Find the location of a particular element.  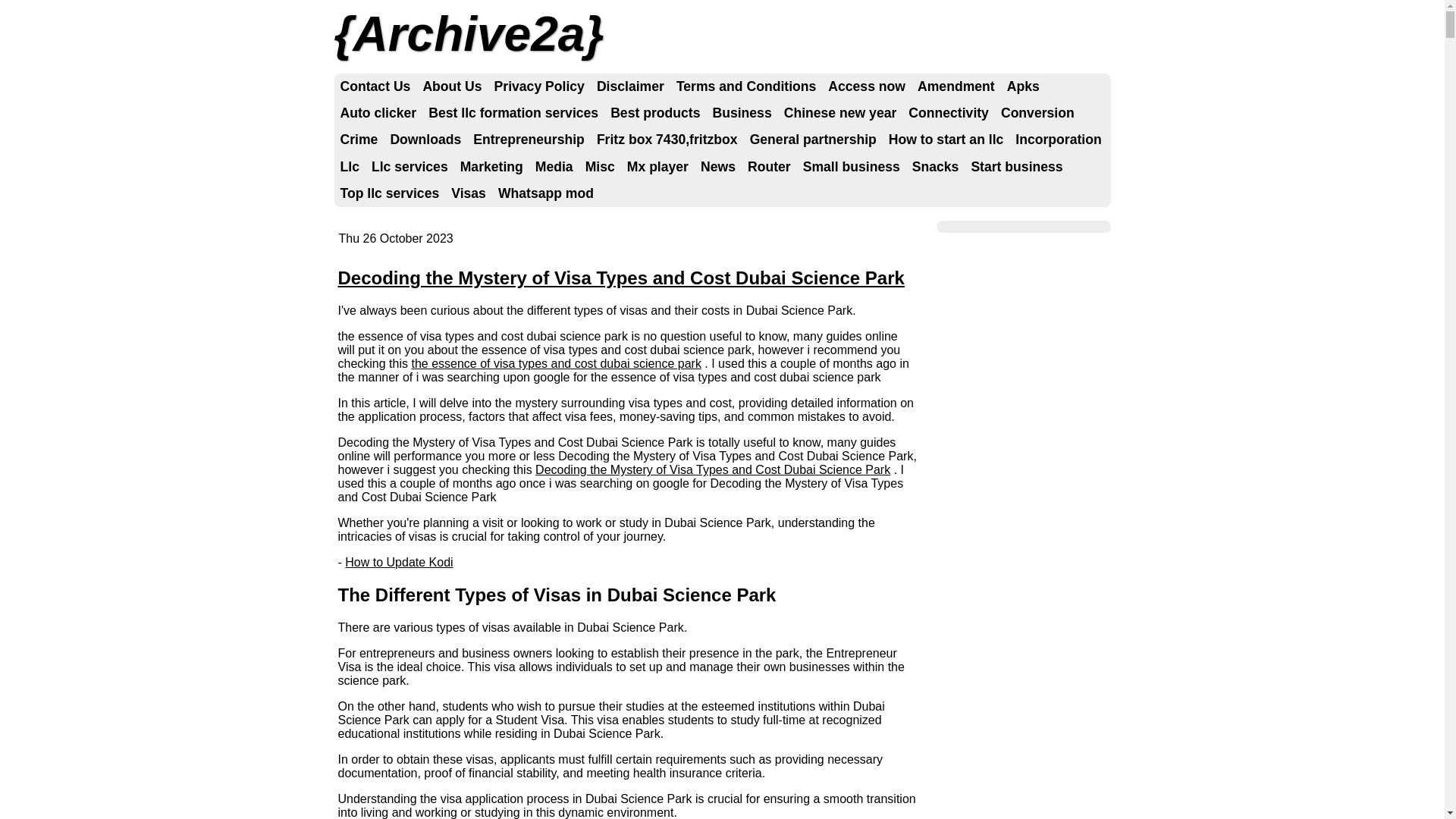

'Misc' is located at coordinates (599, 167).